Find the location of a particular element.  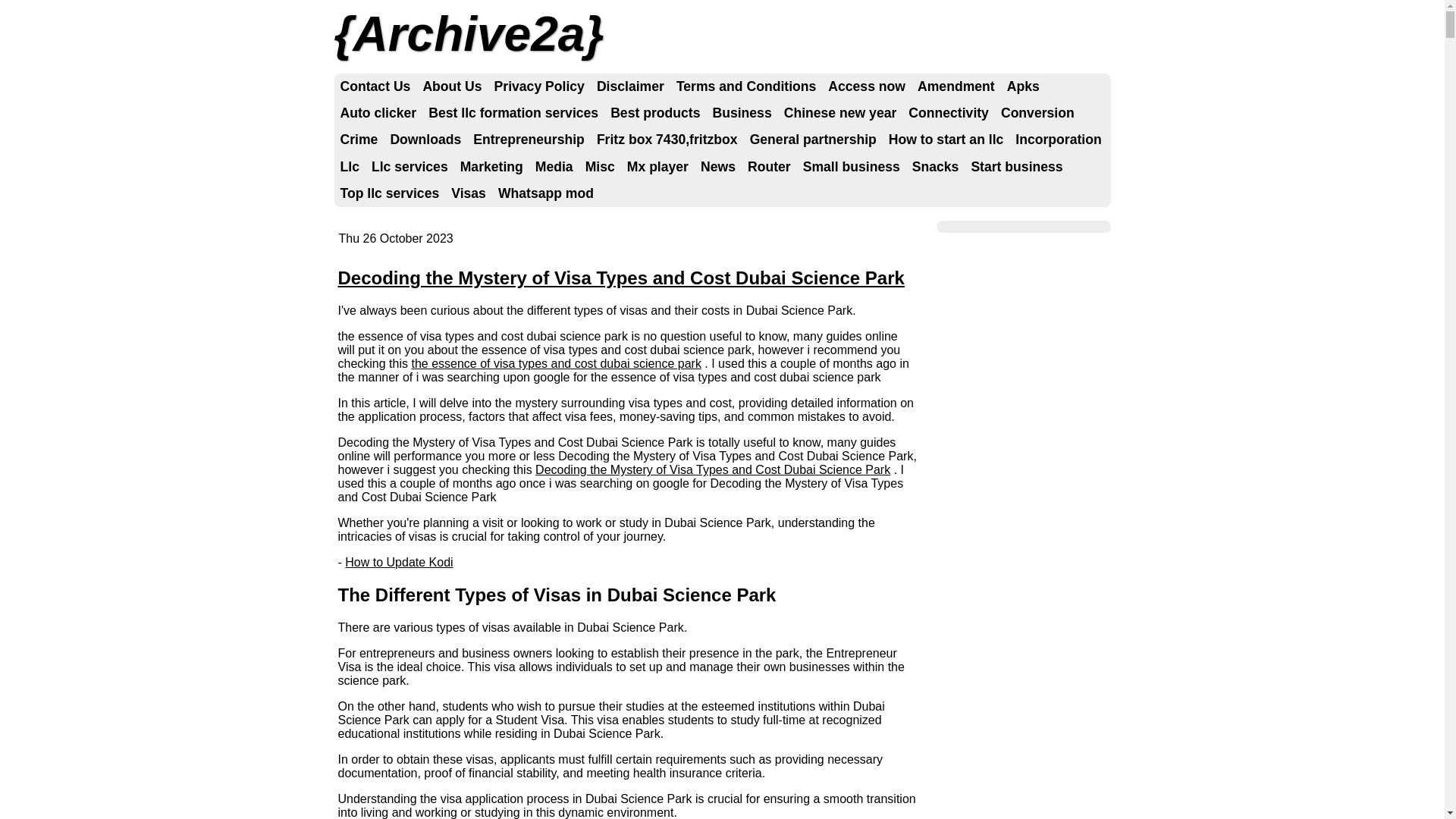

'Misc' is located at coordinates (599, 167).